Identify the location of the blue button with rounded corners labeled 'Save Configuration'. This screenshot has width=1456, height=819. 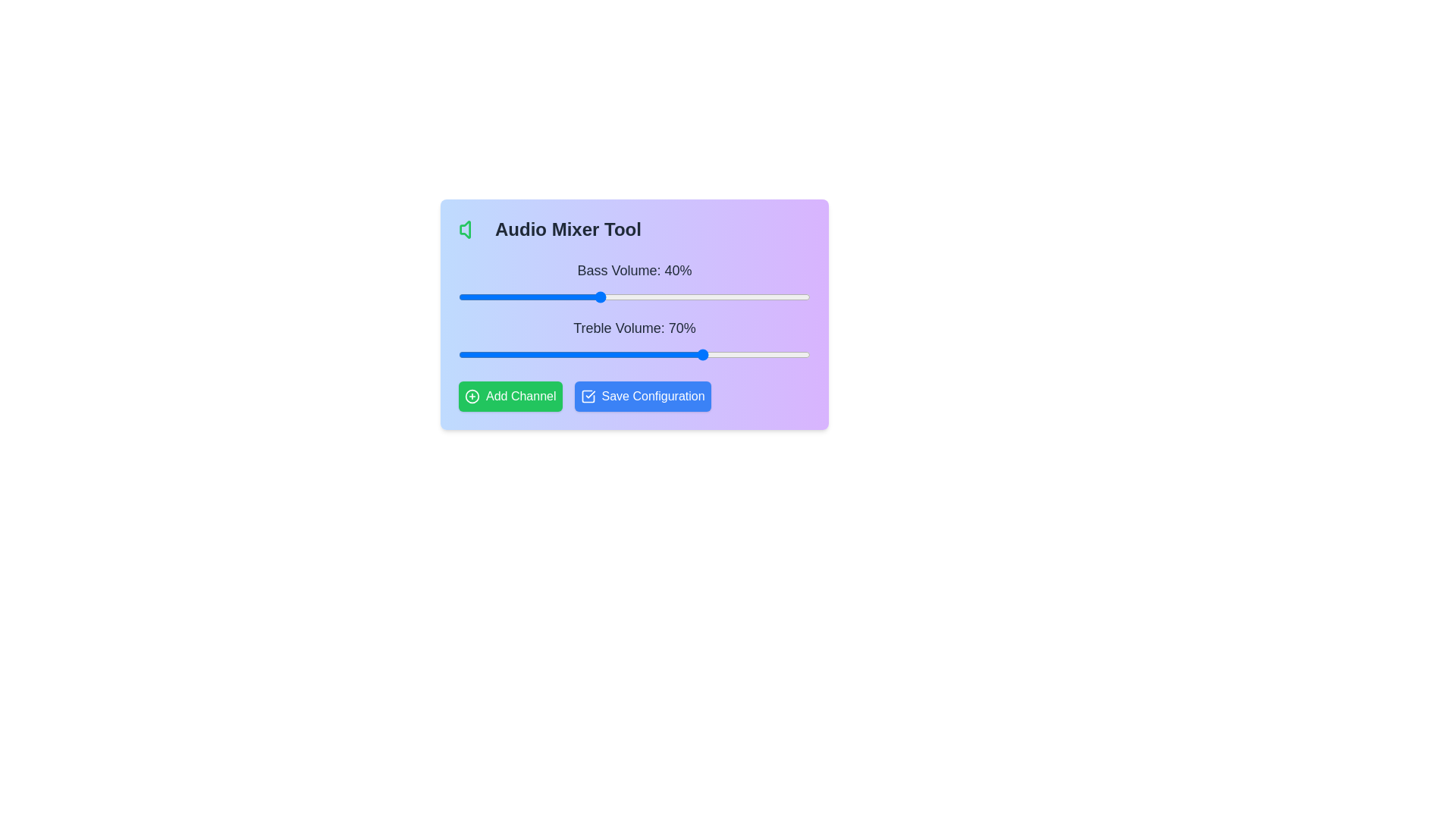
(642, 396).